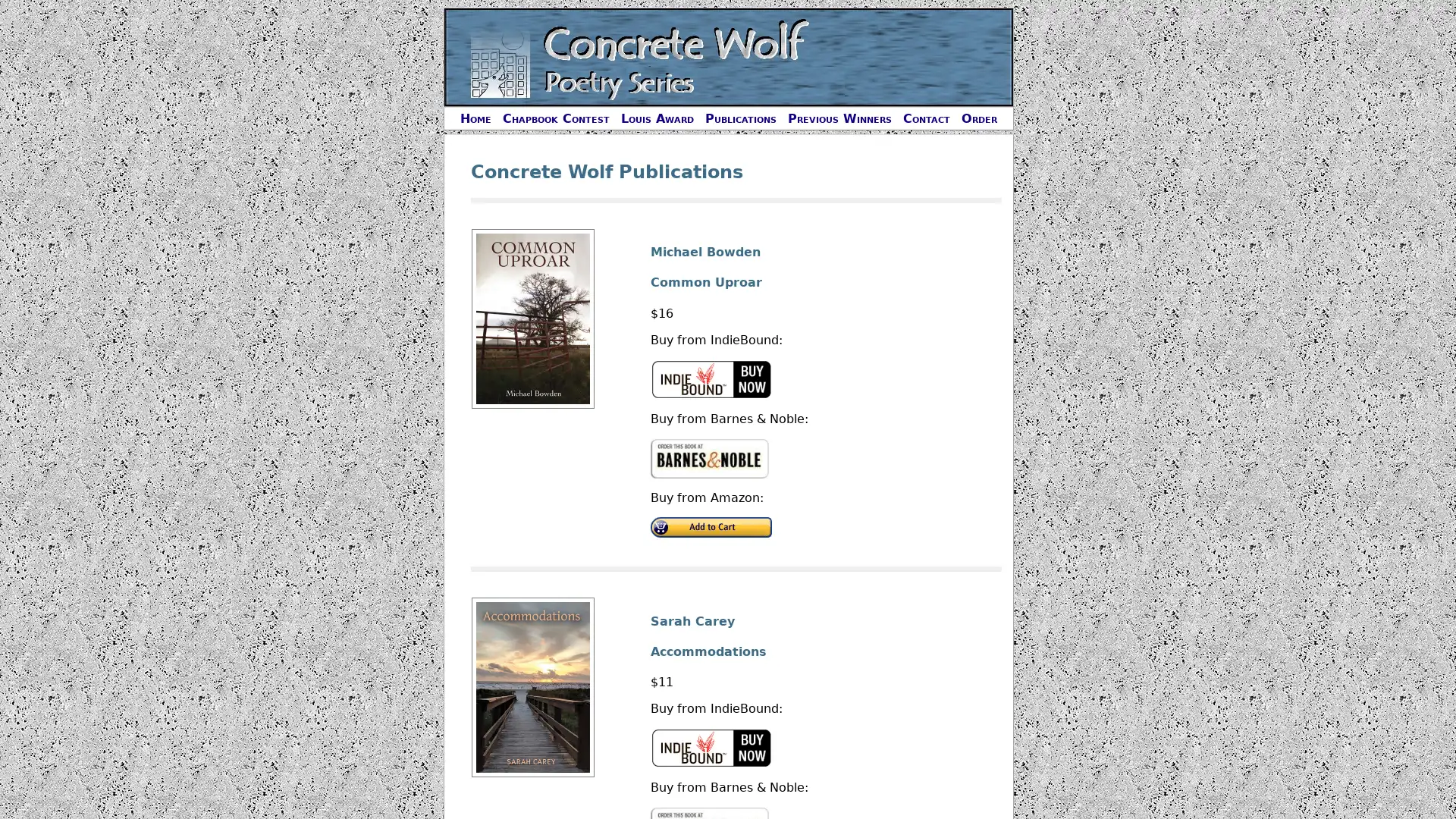 The width and height of the screenshot is (1456, 819). I want to click on Buy on IndieBound, so click(710, 747).